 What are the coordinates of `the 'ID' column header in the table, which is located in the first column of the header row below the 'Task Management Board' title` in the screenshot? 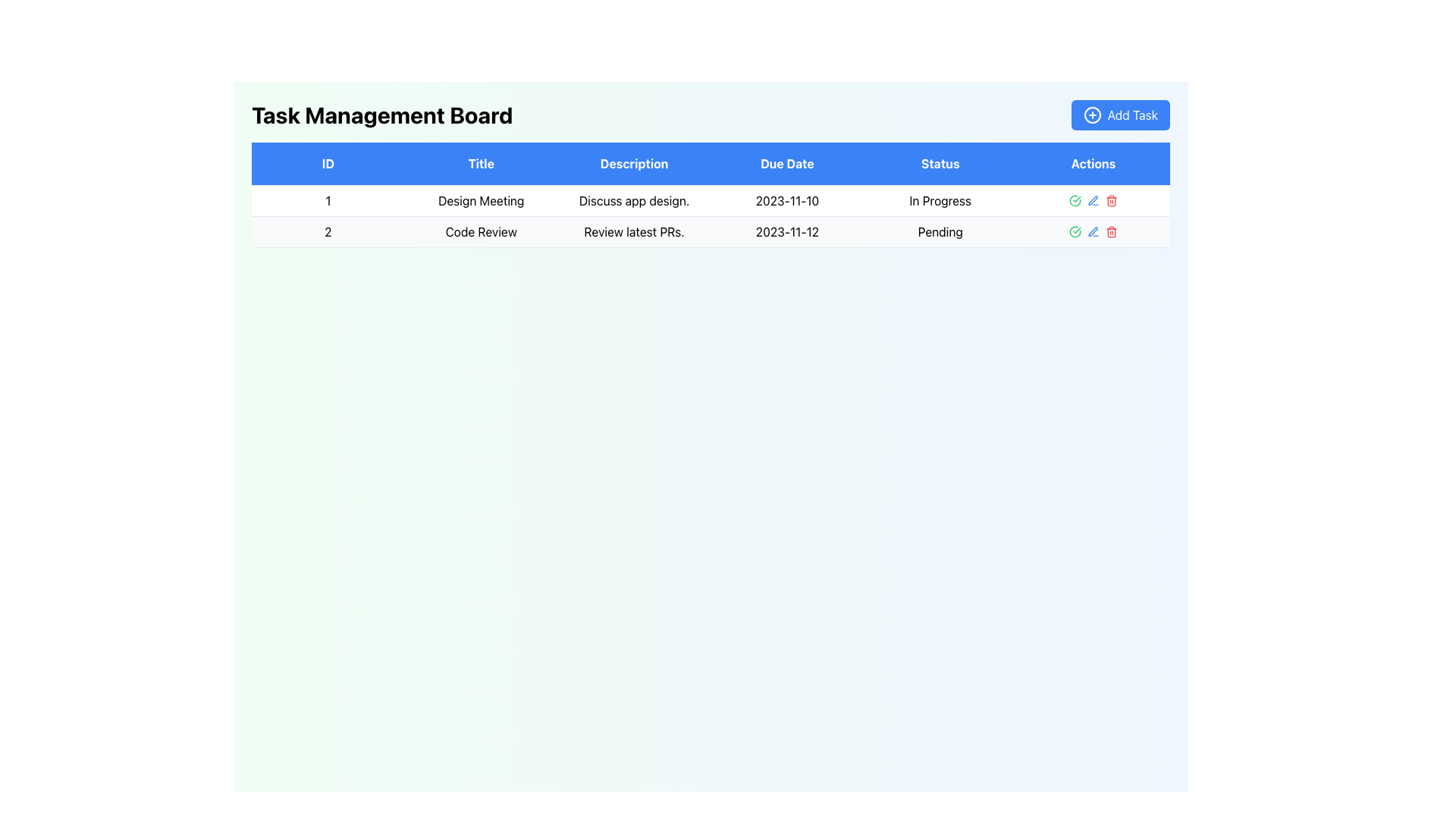 It's located at (327, 164).